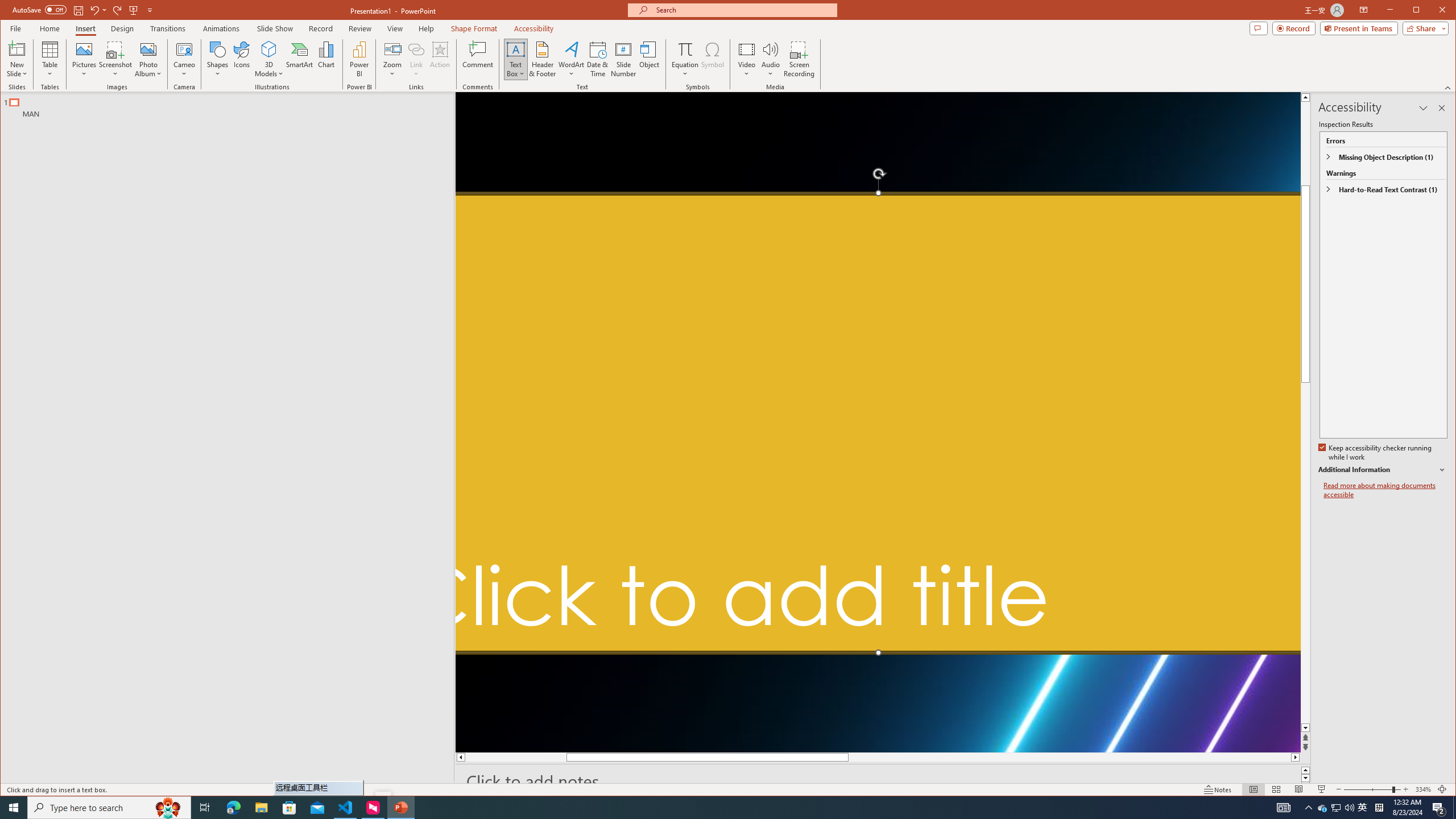 The width and height of the screenshot is (1456, 819). I want to click on 'Equation', so click(685, 59).